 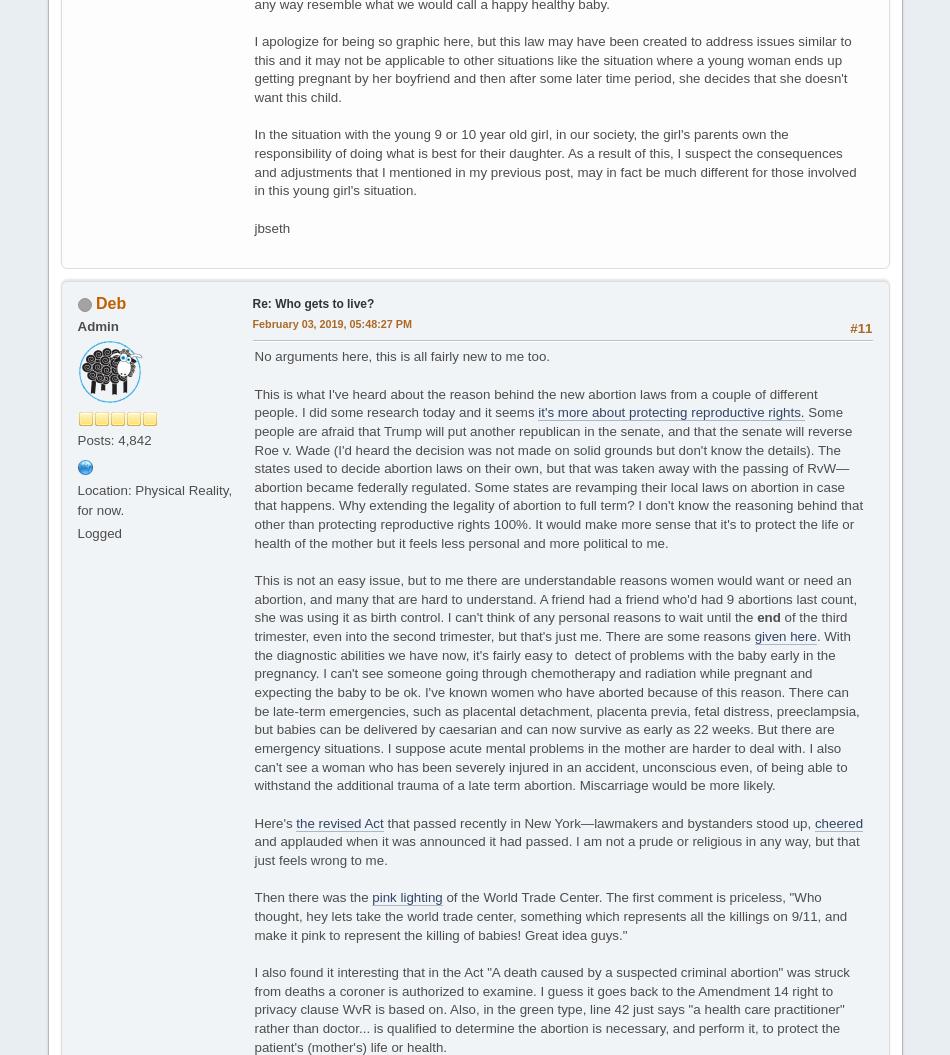 What do you see at coordinates (837, 822) in the screenshot?
I see `'cheered'` at bounding box center [837, 822].